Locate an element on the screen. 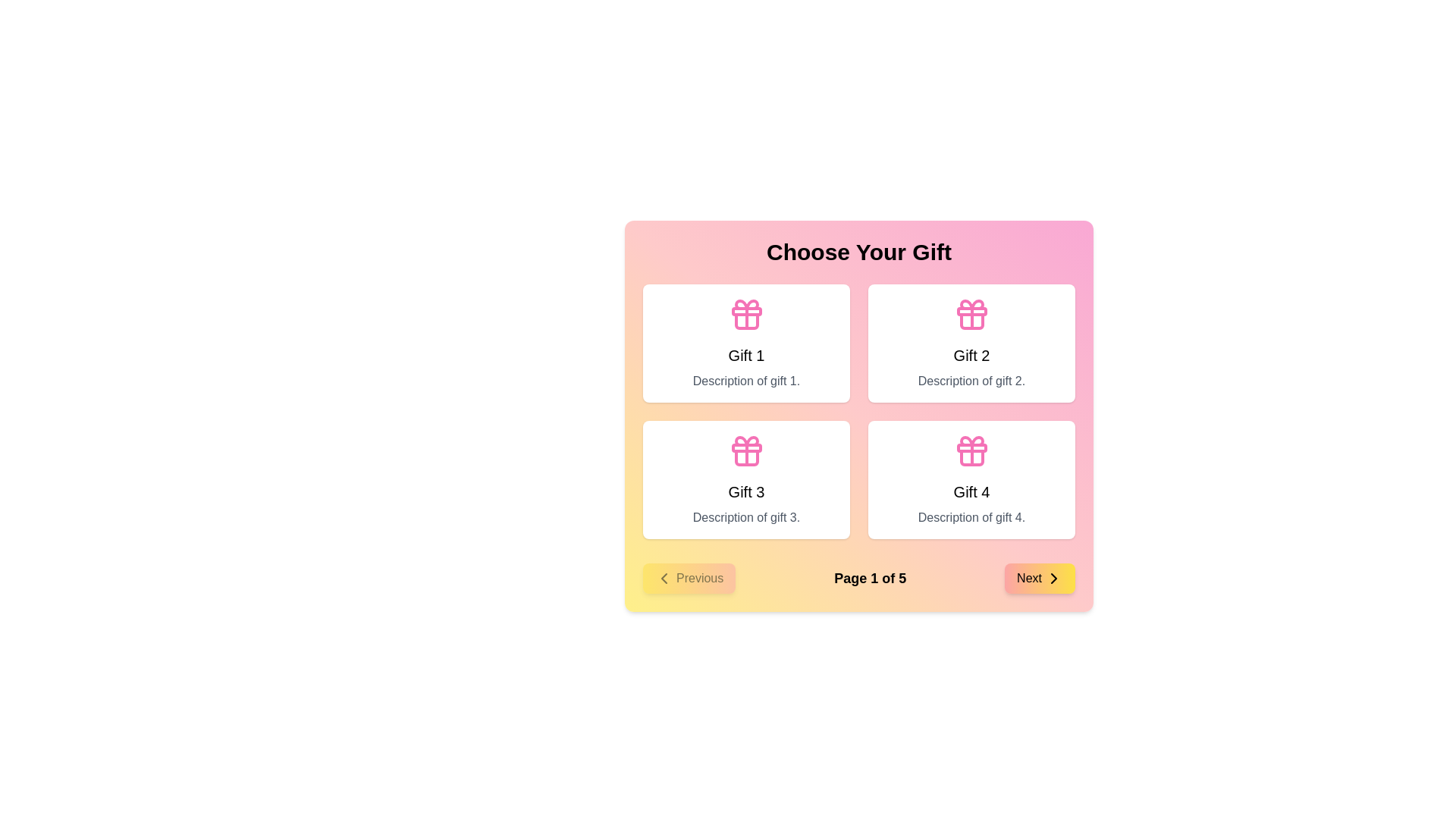 The image size is (1456, 819). Text Label element that contains the text 'Gift 2', which is styled with a larger font size and medium font weight, located in the top-right card of the grid layout under the section header 'Choose Your Gift' is located at coordinates (971, 356).